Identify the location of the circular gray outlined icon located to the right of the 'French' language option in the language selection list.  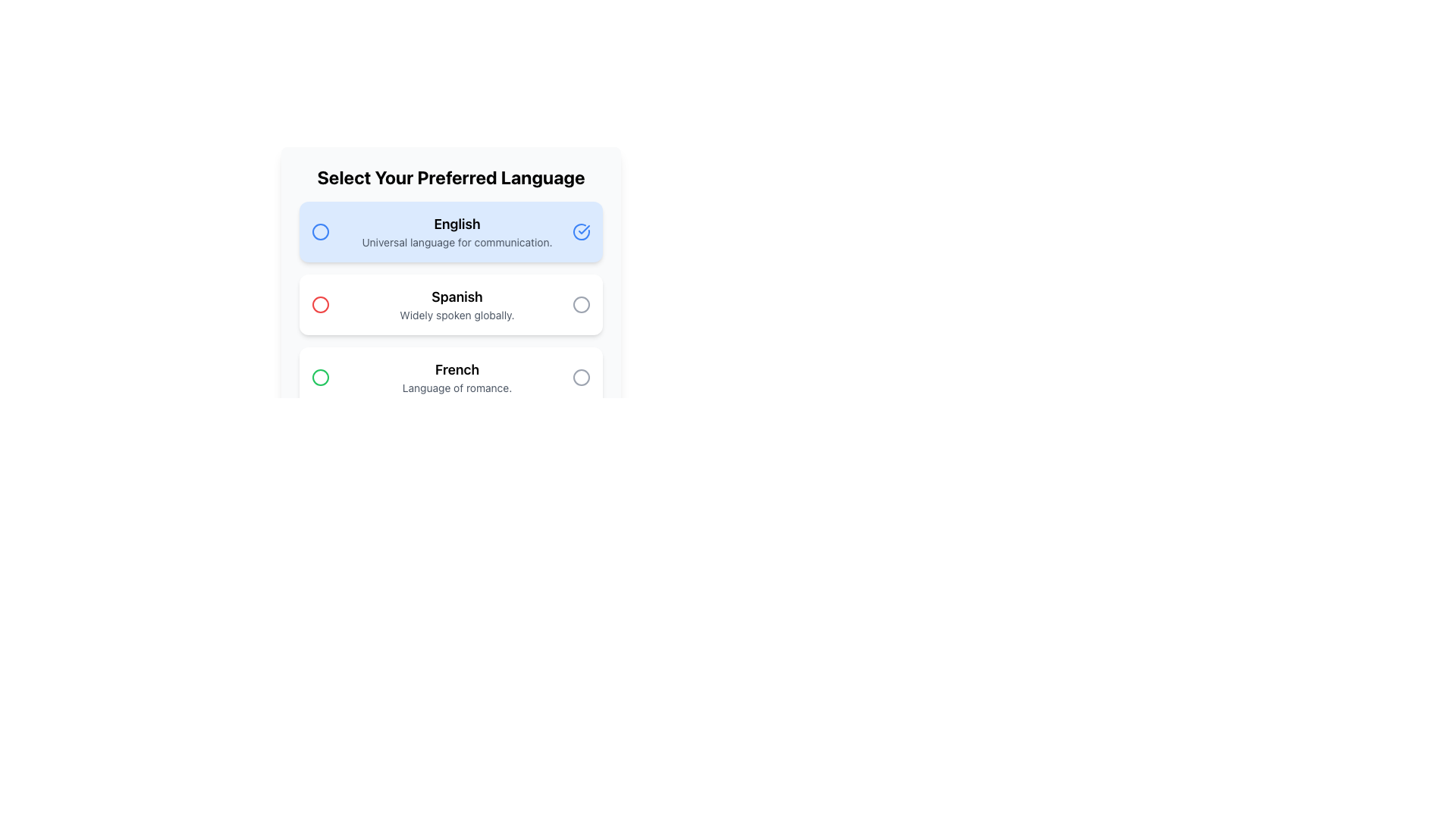
(581, 376).